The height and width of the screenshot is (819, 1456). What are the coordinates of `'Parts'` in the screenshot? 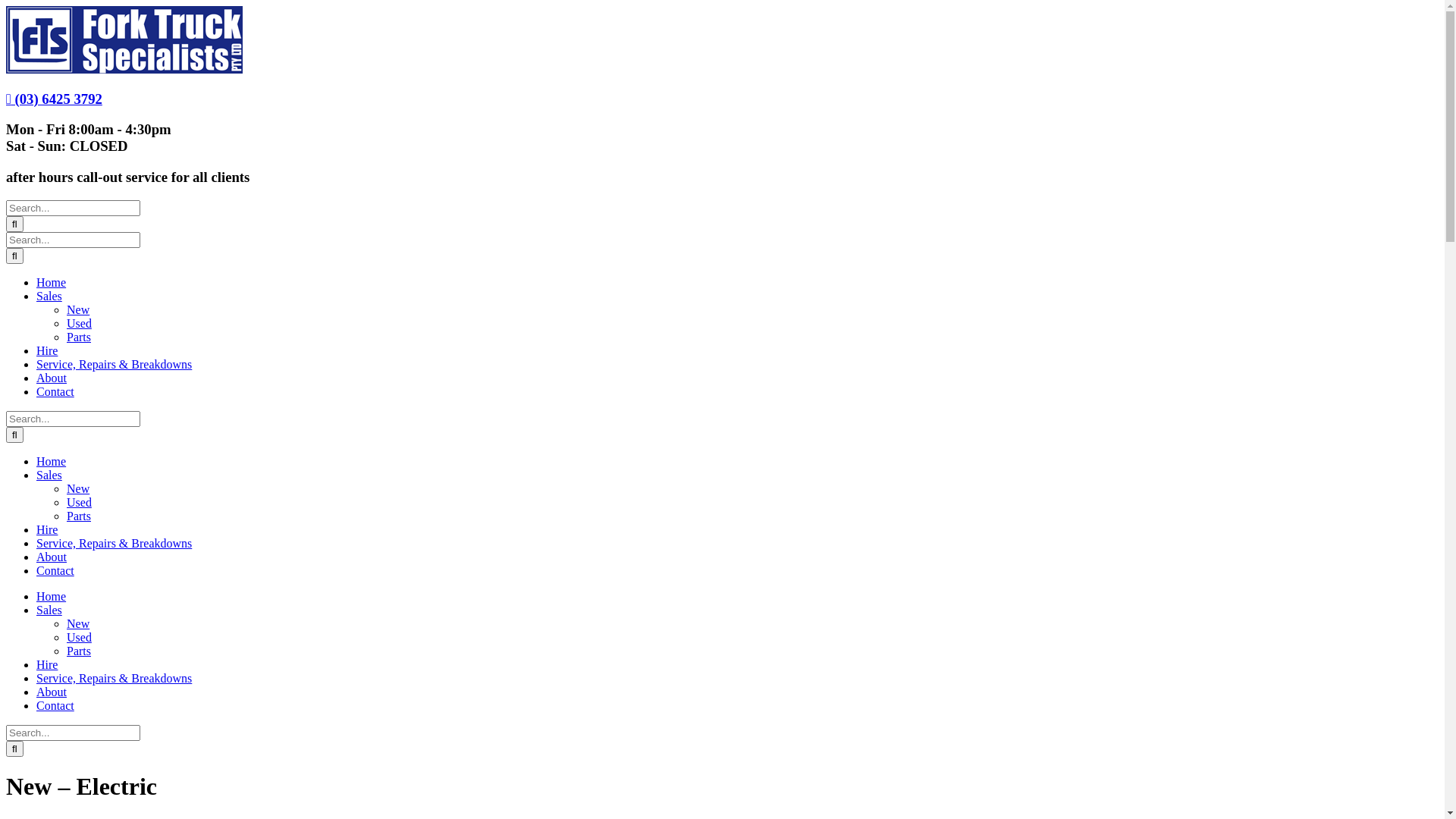 It's located at (78, 515).